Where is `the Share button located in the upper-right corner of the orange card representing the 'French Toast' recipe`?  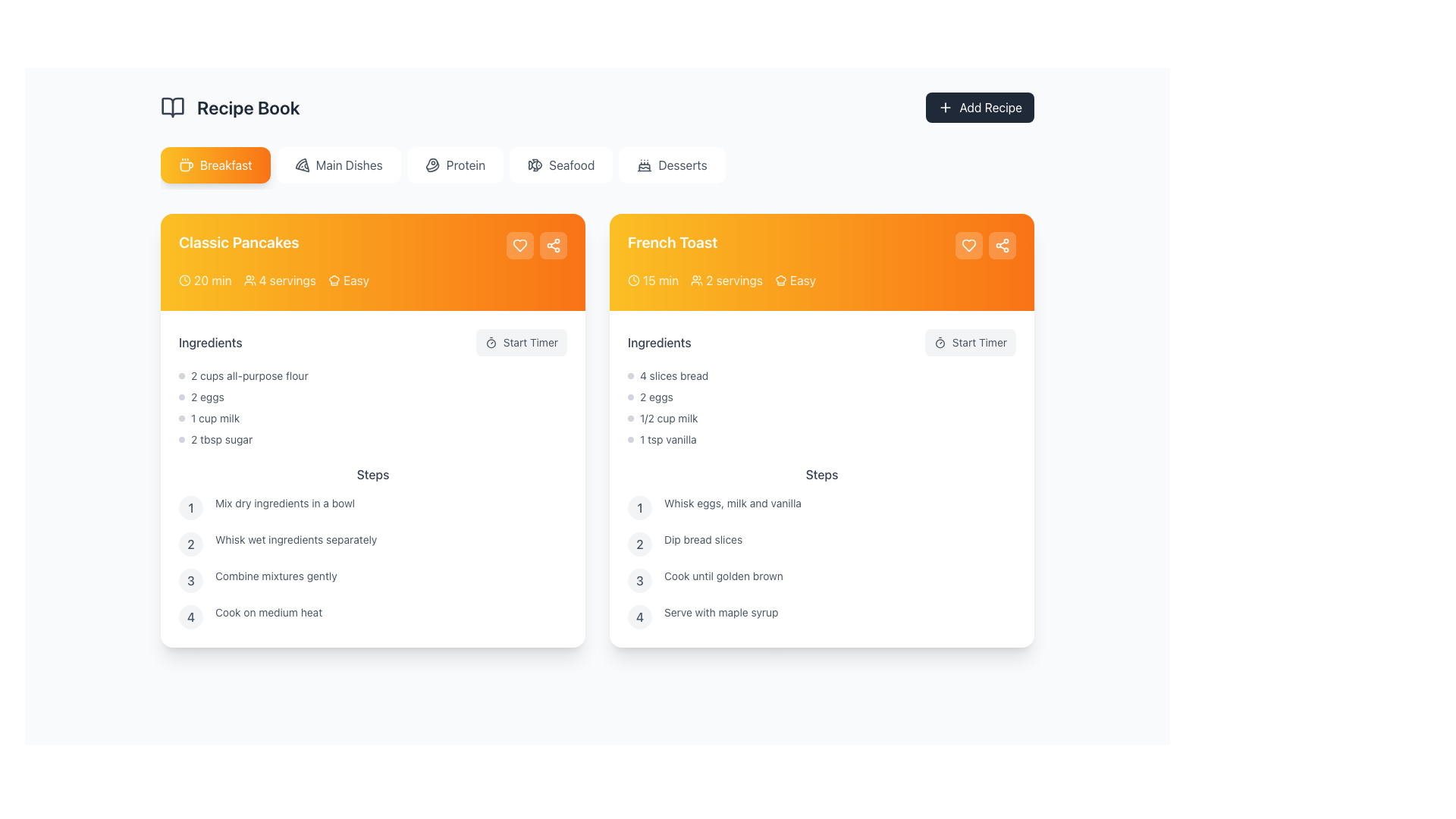 the Share button located in the upper-right corner of the orange card representing the 'French Toast' recipe is located at coordinates (1002, 245).